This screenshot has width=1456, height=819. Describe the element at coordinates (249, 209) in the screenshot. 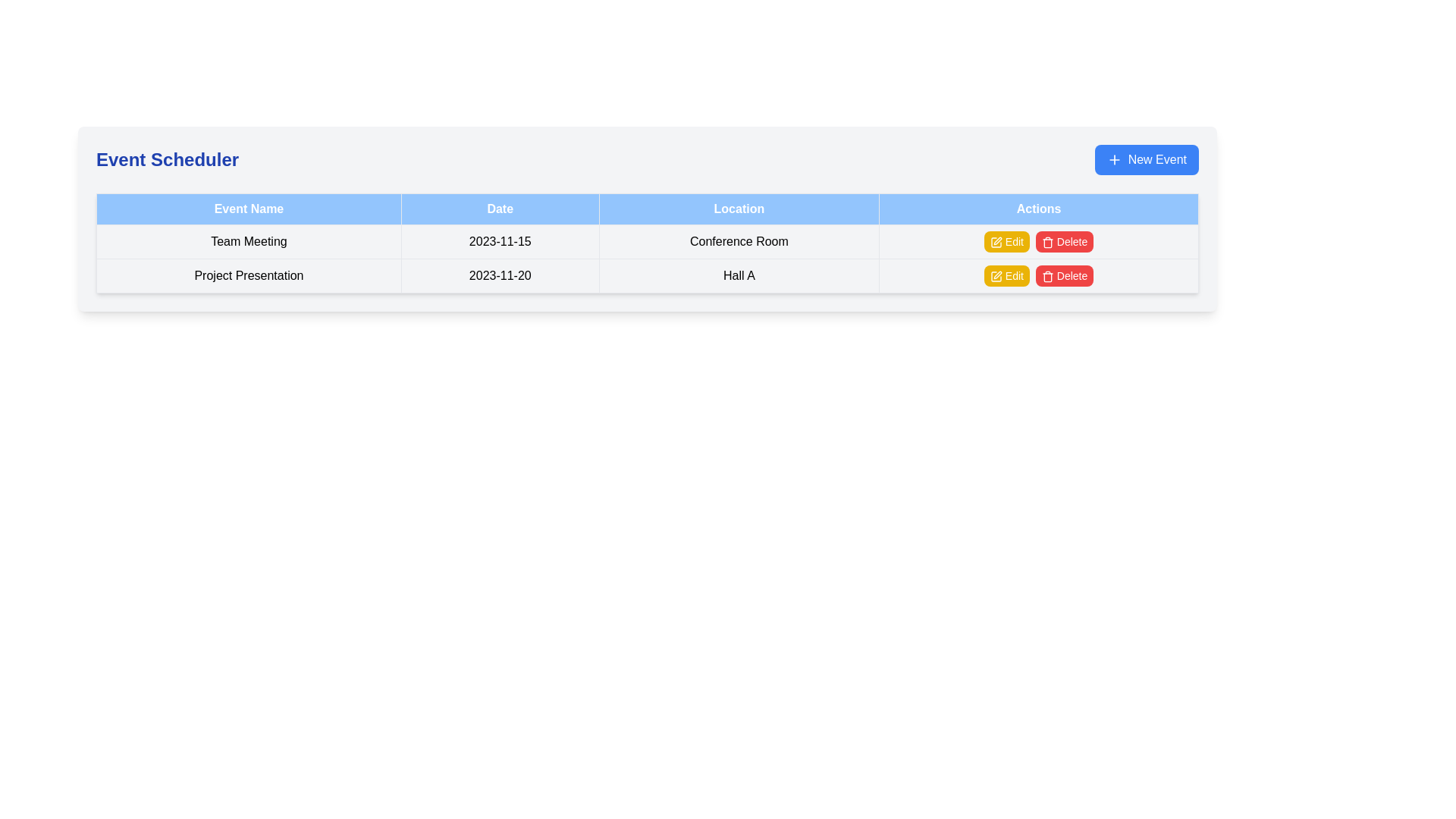

I see `the first column header cell of the table, which indicates the event names and is positioned to the left of the 'Date' column header` at that location.